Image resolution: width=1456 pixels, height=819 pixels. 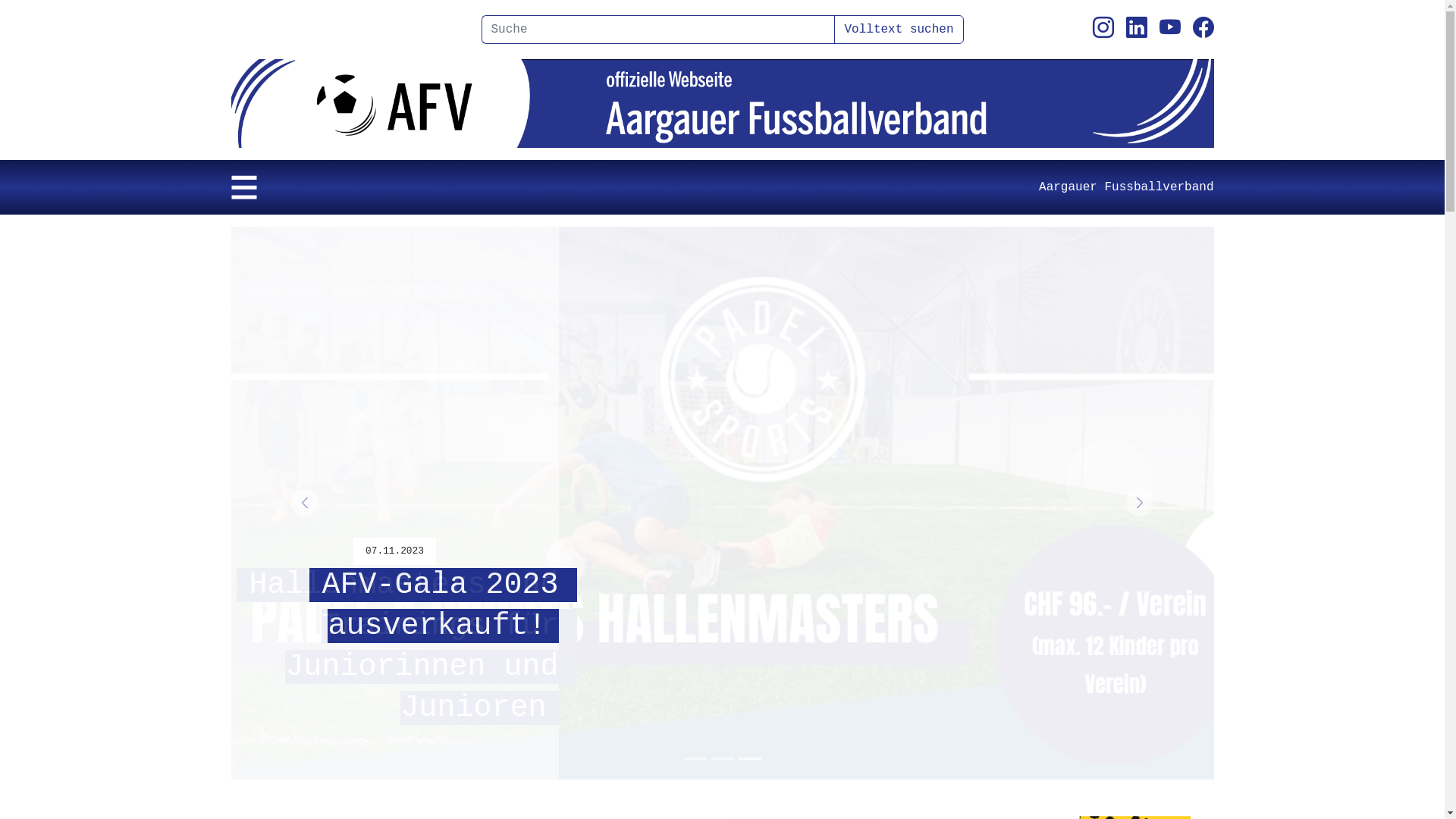 What do you see at coordinates (303, 503) in the screenshot?
I see `'Previous'` at bounding box center [303, 503].